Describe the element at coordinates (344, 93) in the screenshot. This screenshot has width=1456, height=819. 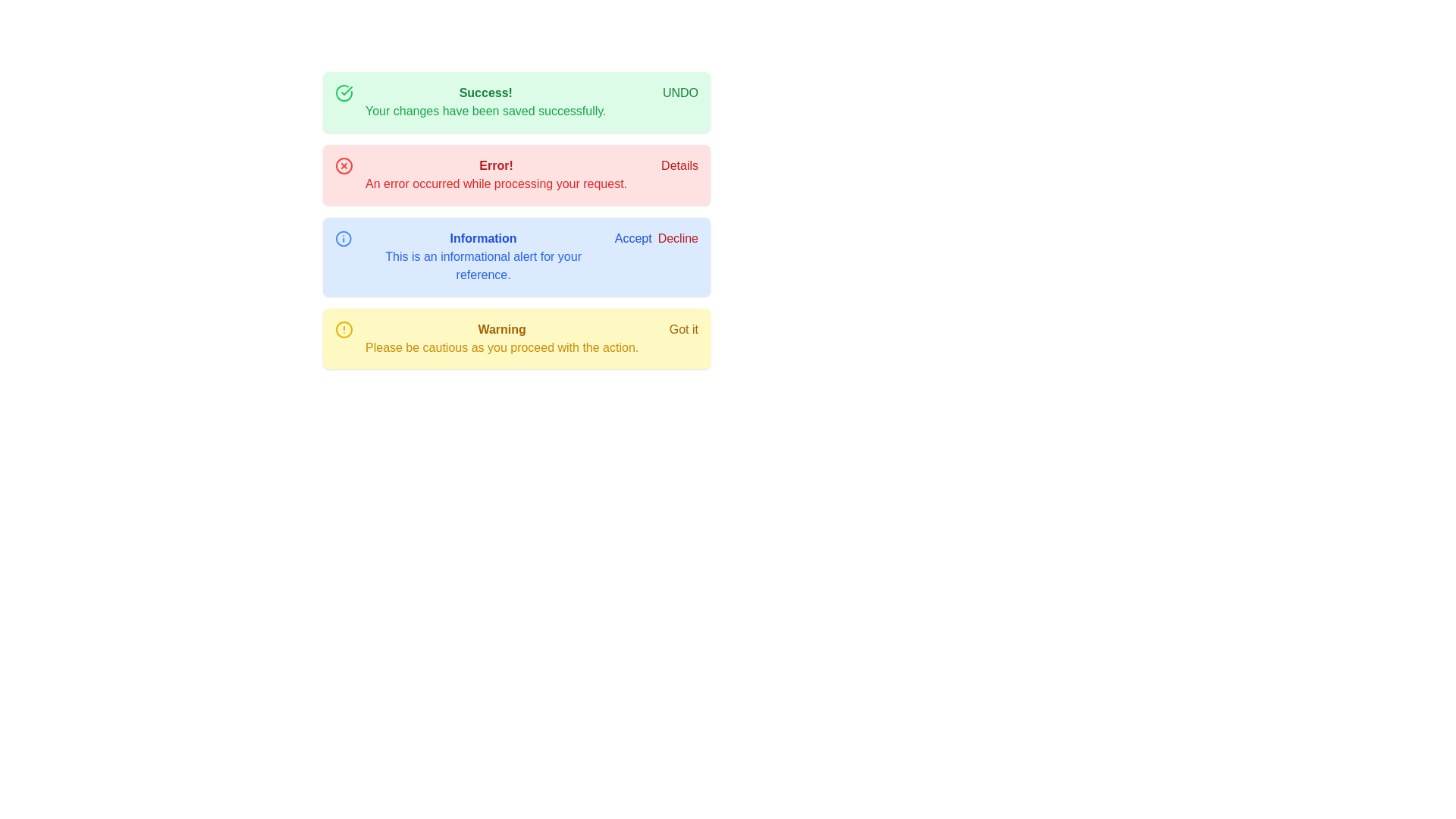
I see `the circular icon with a checkmark in the green notification box that indicates success, positioned as the leftmost component above other notification boxes` at that location.